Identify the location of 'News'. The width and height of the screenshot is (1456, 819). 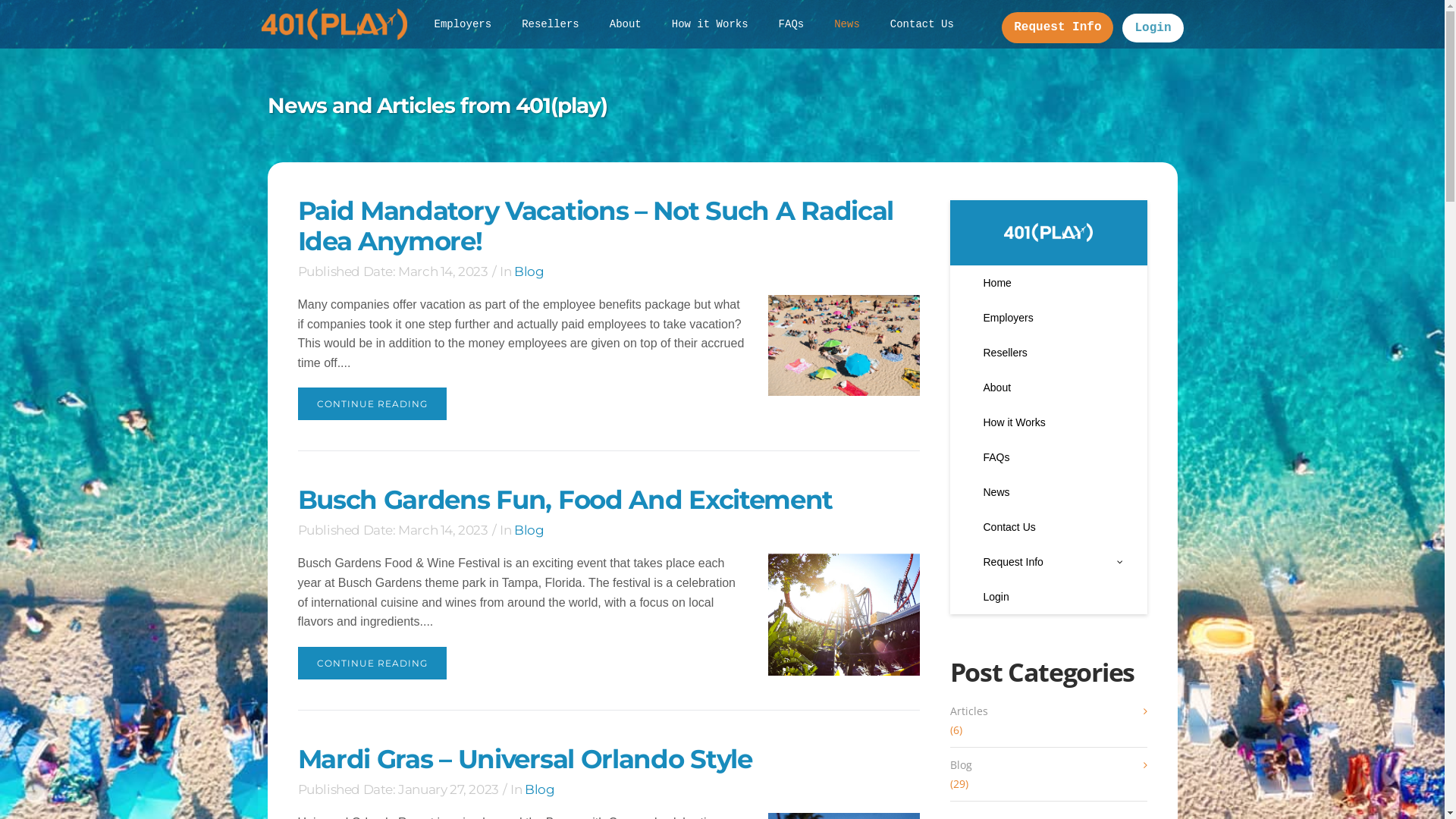
(1047, 491).